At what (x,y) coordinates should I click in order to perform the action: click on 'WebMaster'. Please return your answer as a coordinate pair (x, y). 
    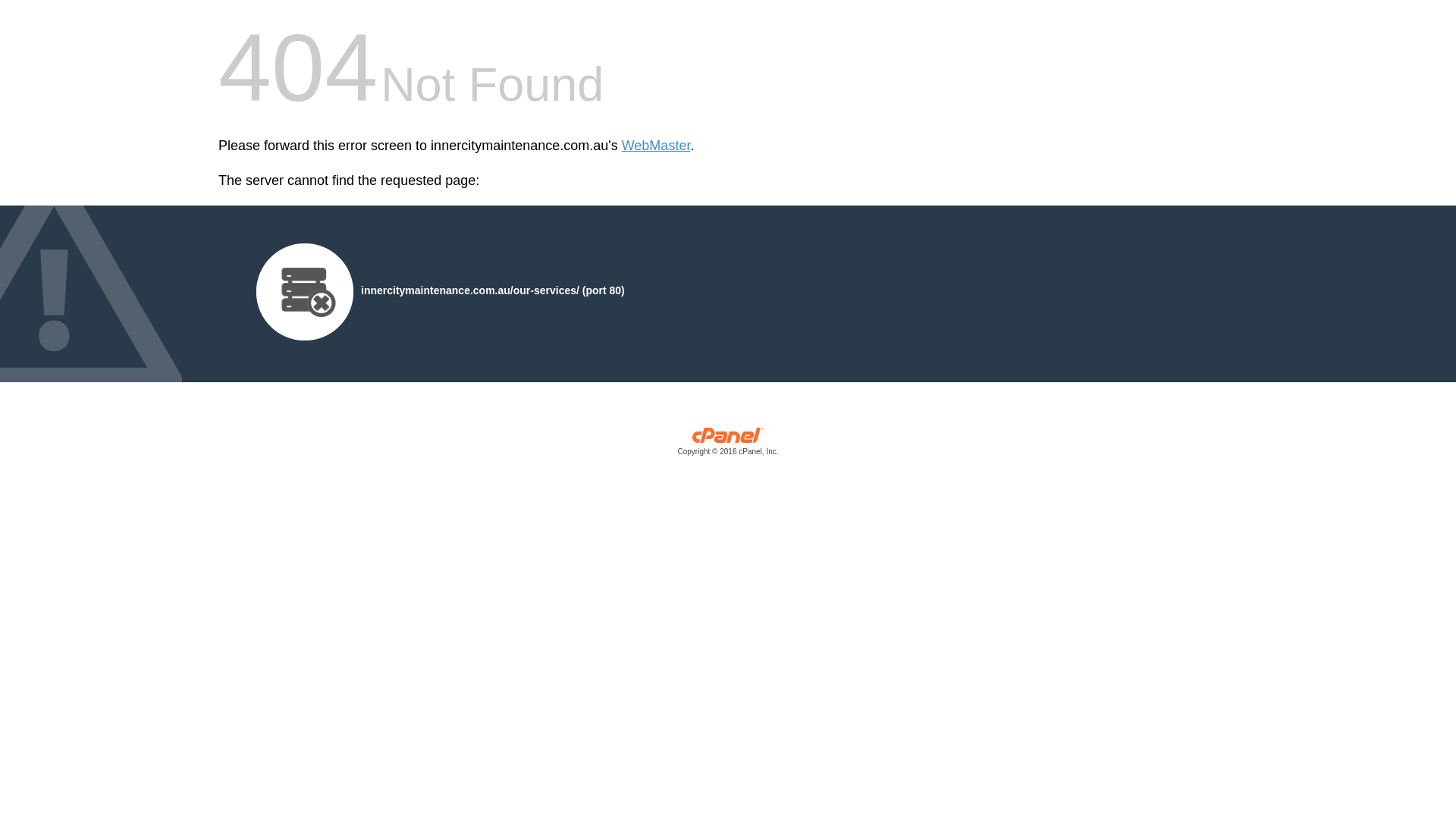
    Looking at the image, I should click on (656, 146).